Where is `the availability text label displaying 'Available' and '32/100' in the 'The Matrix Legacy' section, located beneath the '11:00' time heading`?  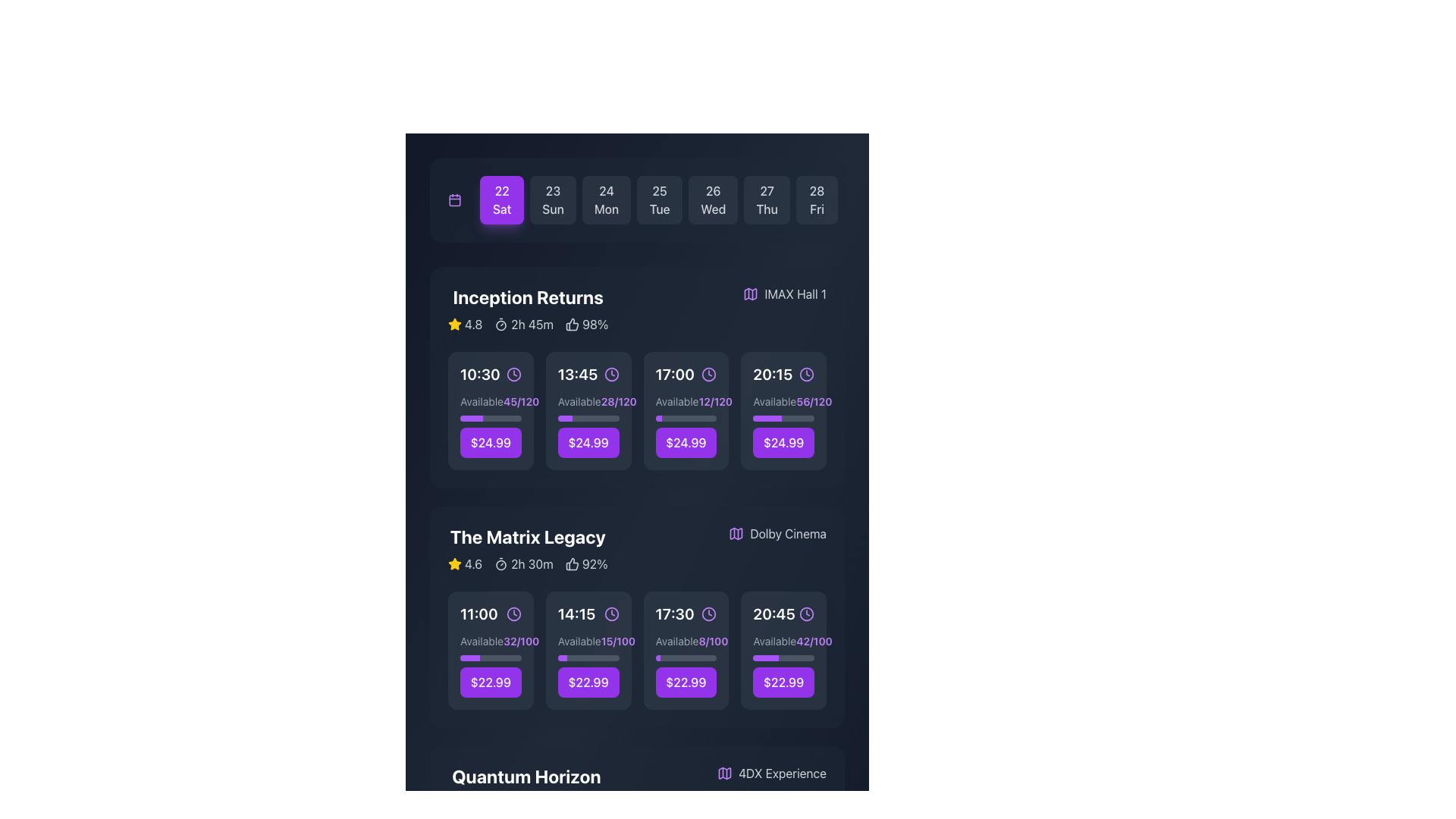 the availability text label displaying 'Available' and '32/100' in the 'The Matrix Legacy' section, located beneath the '11:00' time heading is located at coordinates (491, 641).